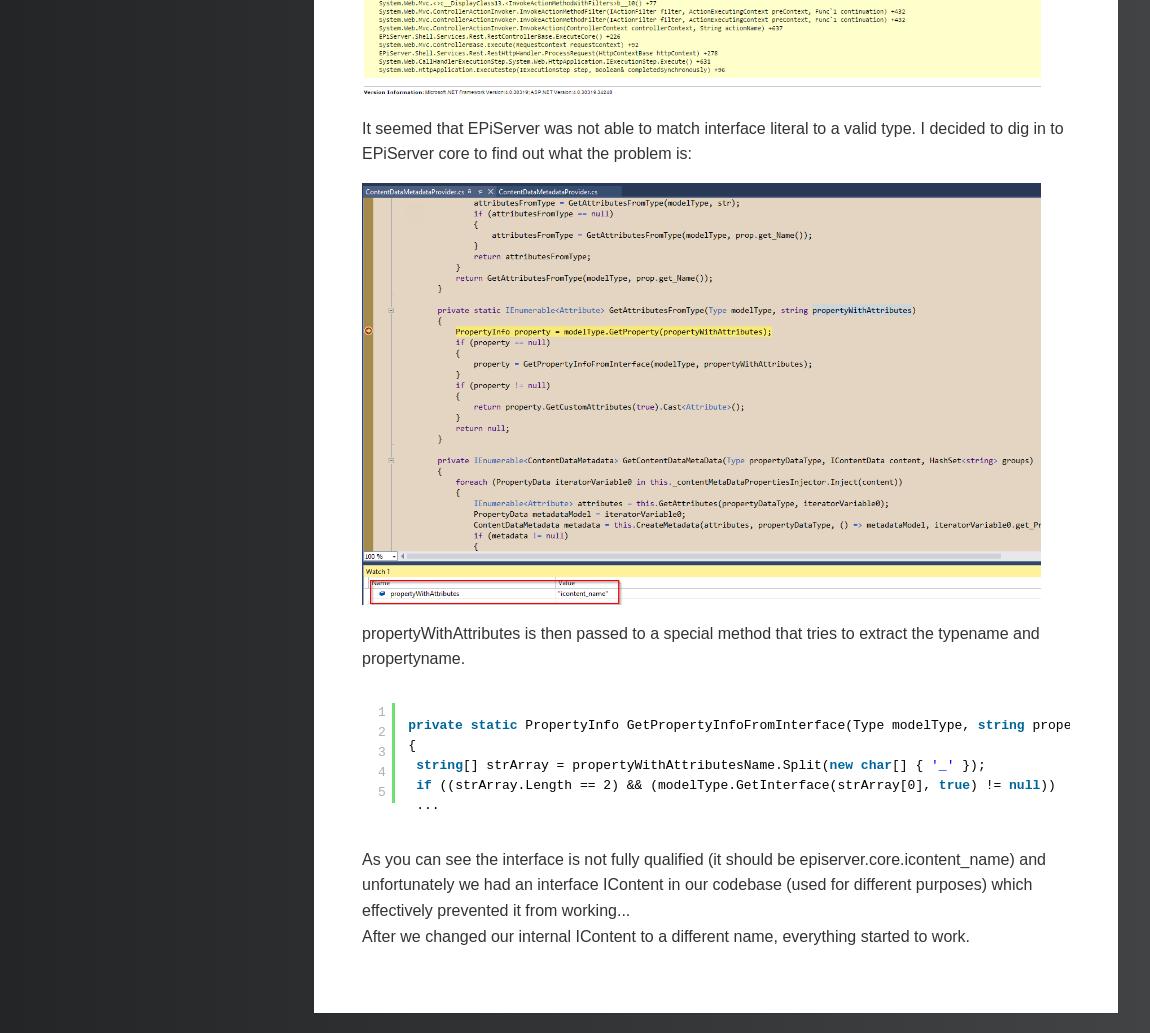 The width and height of the screenshot is (1150, 1033). Describe the element at coordinates (711, 140) in the screenshot. I see `'It seemed that EPiServer was not able to match interface literal to a valid type. I decided to dig in to EPiServer core to find out what the problem is:'` at that location.